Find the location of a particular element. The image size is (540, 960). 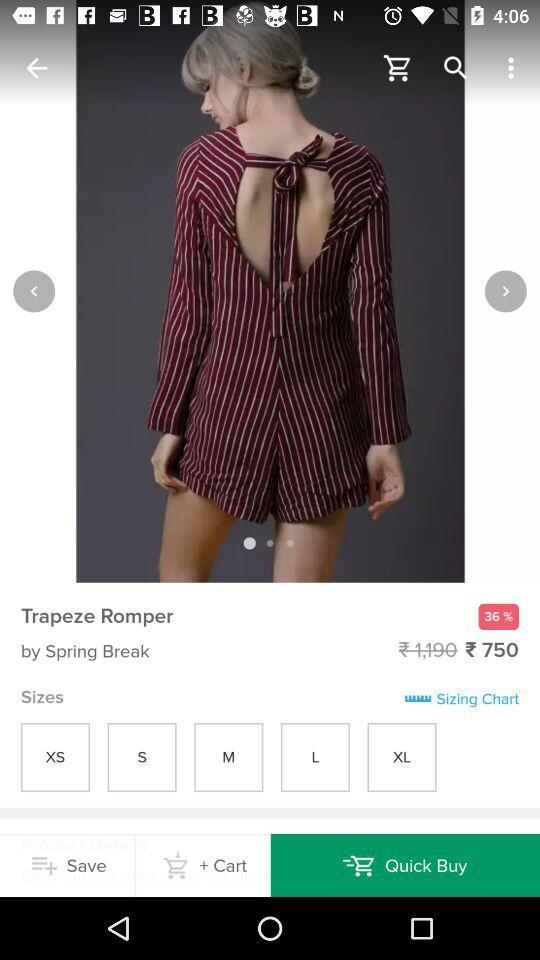

the right of search icon is located at coordinates (514, 68).